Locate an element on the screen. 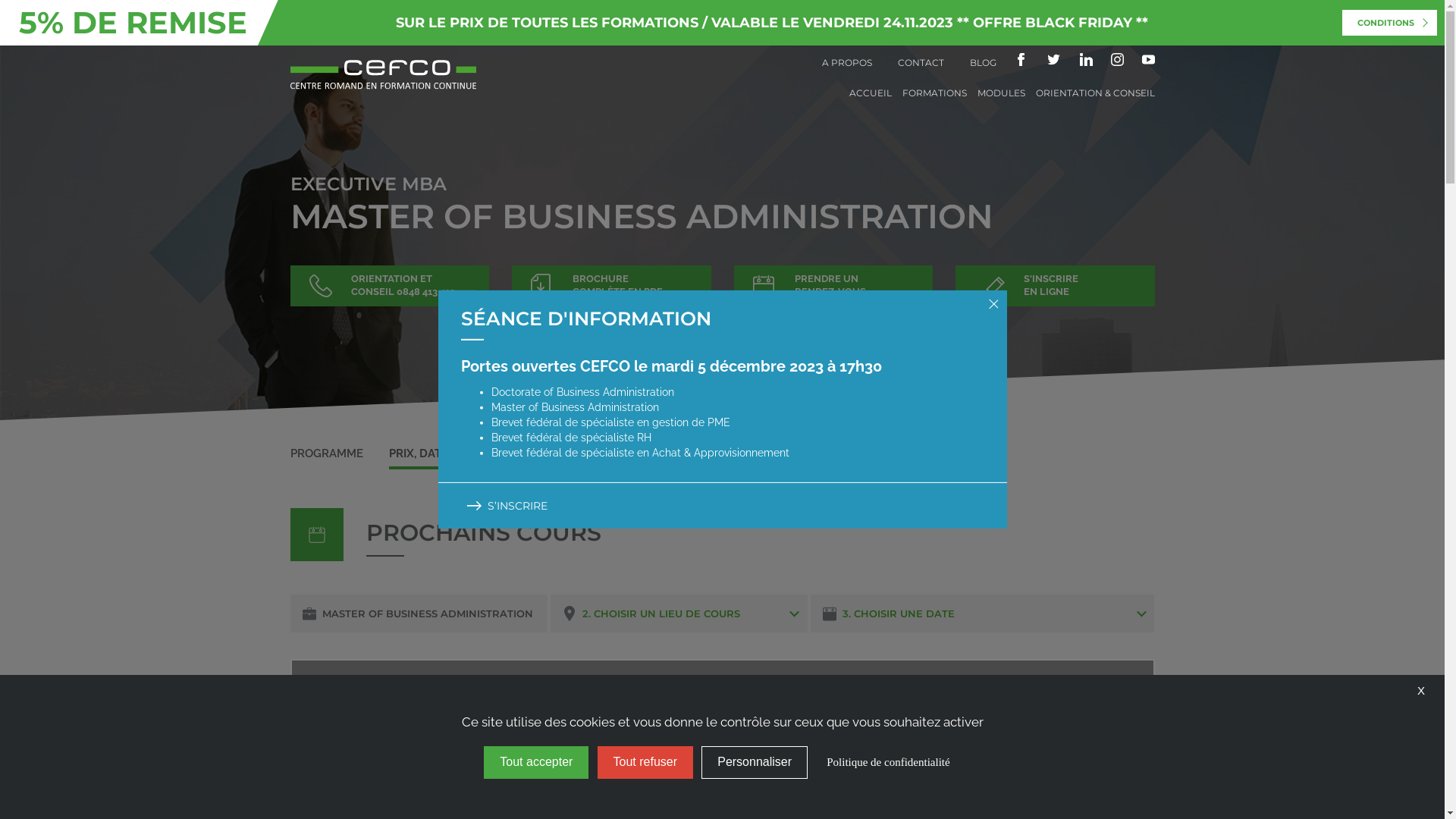 This screenshot has width=1456, height=819. 'CONDITIONS' is located at coordinates (1389, 23).